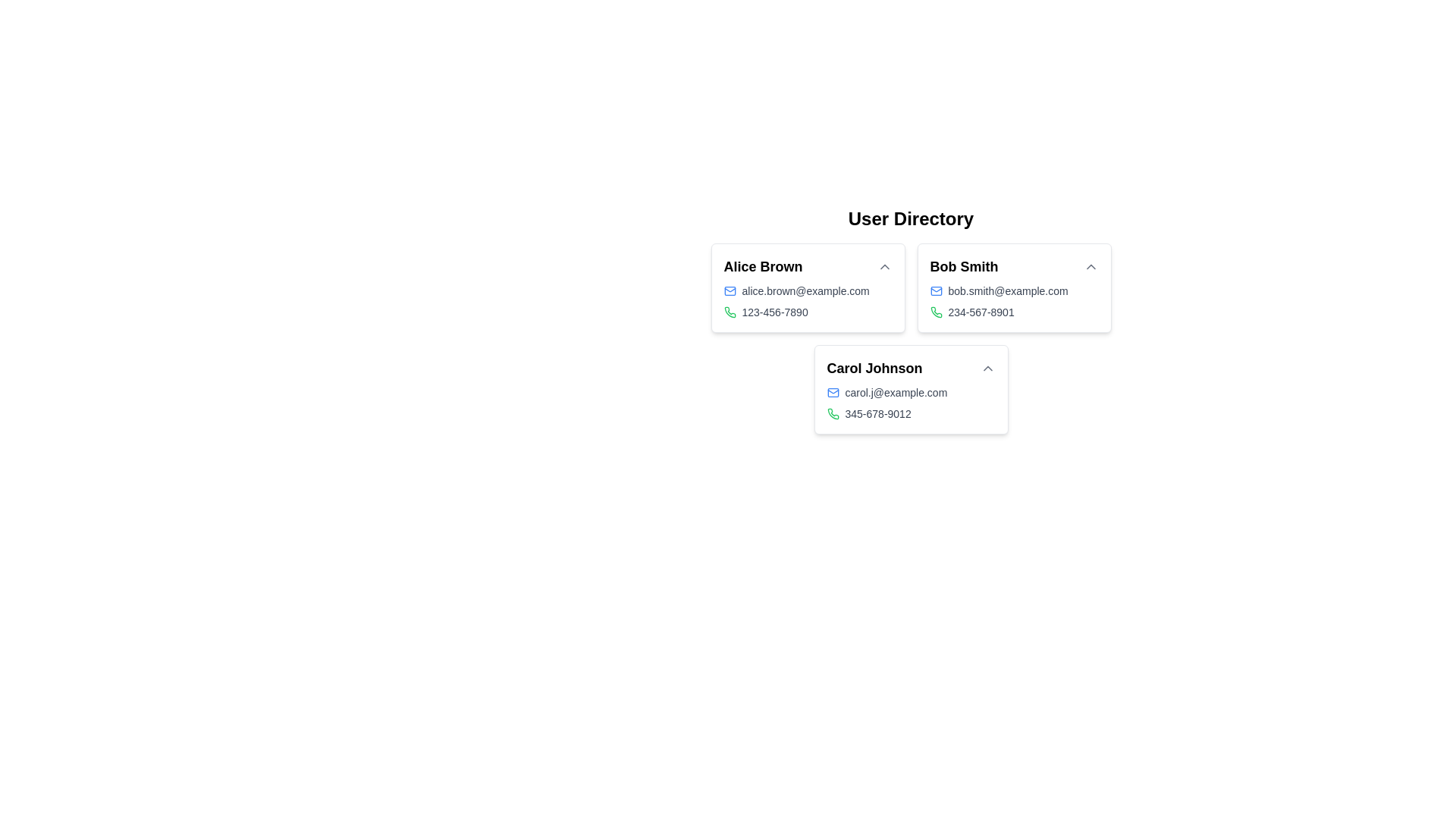 The image size is (1456, 819). What do you see at coordinates (910, 414) in the screenshot?
I see `the telephone number '345-678-9012' displayed plainly, which is located beneath 'carol.j@example.com' in the contact details section for 'Carol Johnson'` at bounding box center [910, 414].